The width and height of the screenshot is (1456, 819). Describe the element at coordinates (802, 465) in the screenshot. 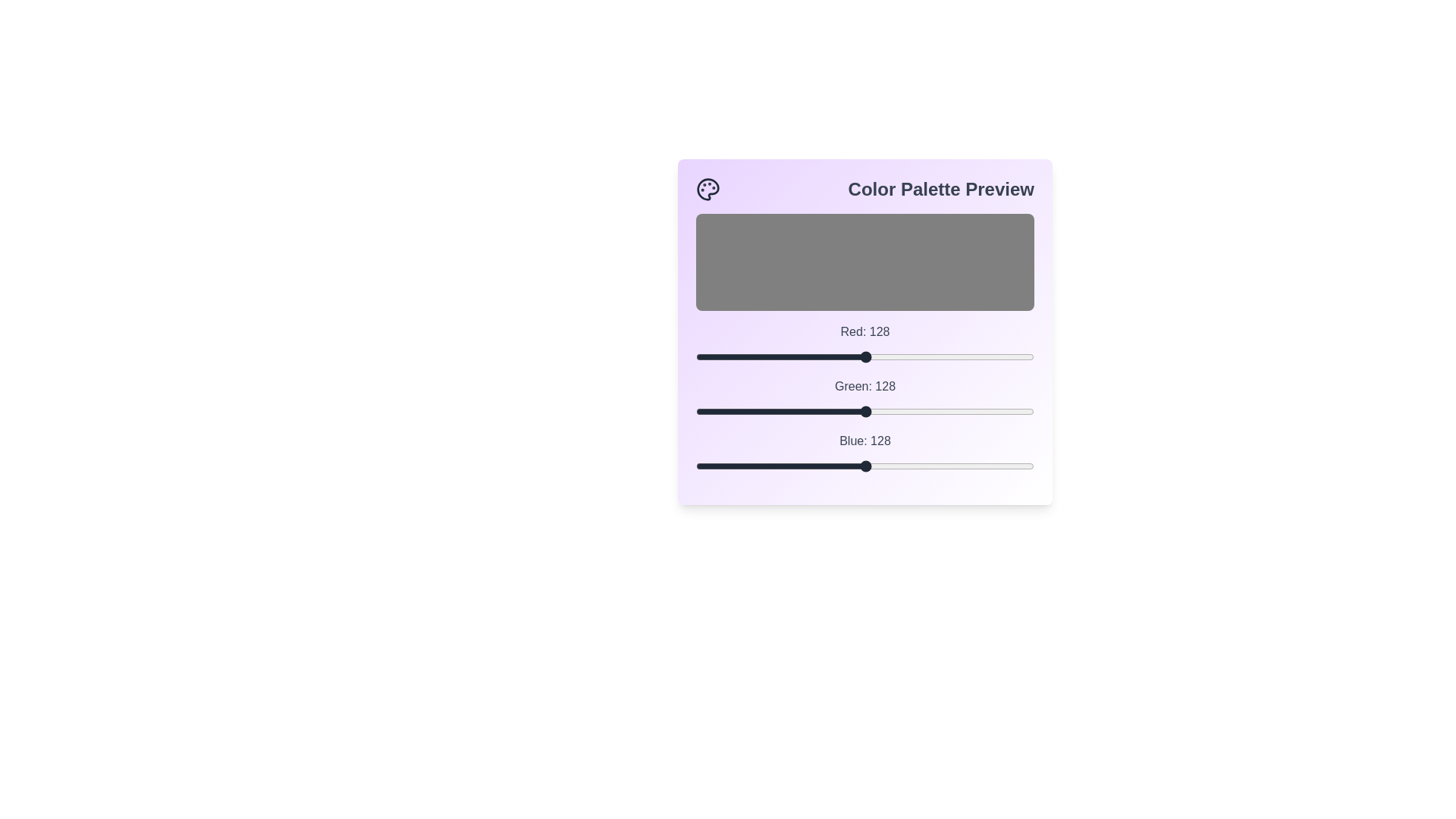

I see `the blue color value` at that location.